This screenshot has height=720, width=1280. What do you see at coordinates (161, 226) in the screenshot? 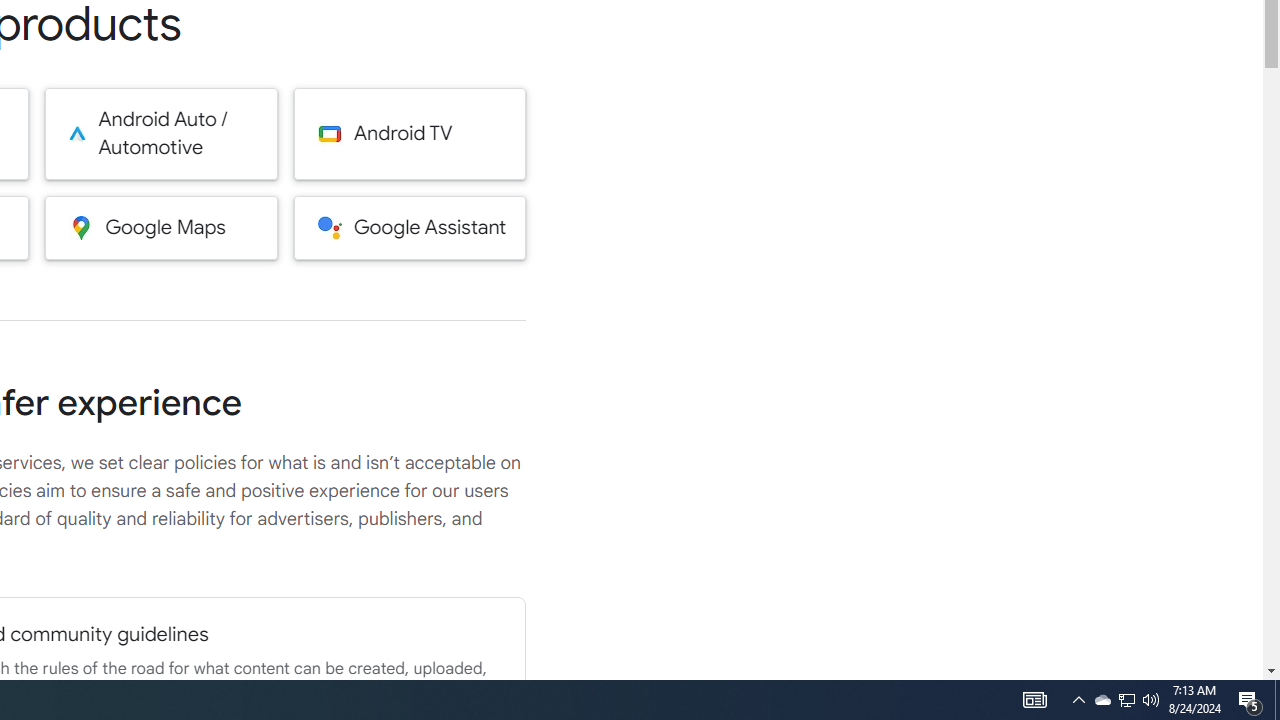
I see `'Google Maps'` at bounding box center [161, 226].